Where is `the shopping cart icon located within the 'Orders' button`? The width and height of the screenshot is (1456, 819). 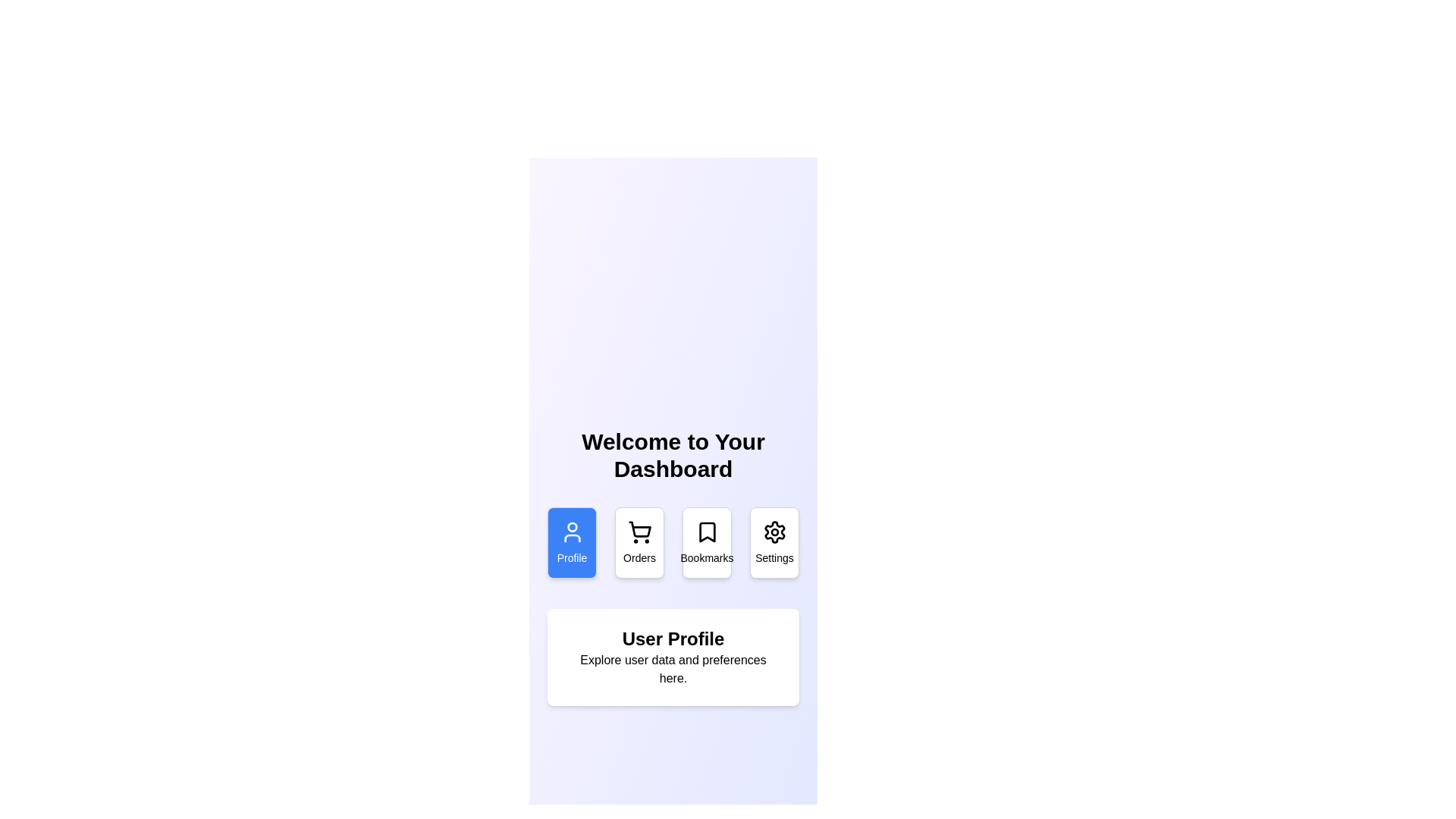 the shopping cart icon located within the 'Orders' button is located at coordinates (639, 529).